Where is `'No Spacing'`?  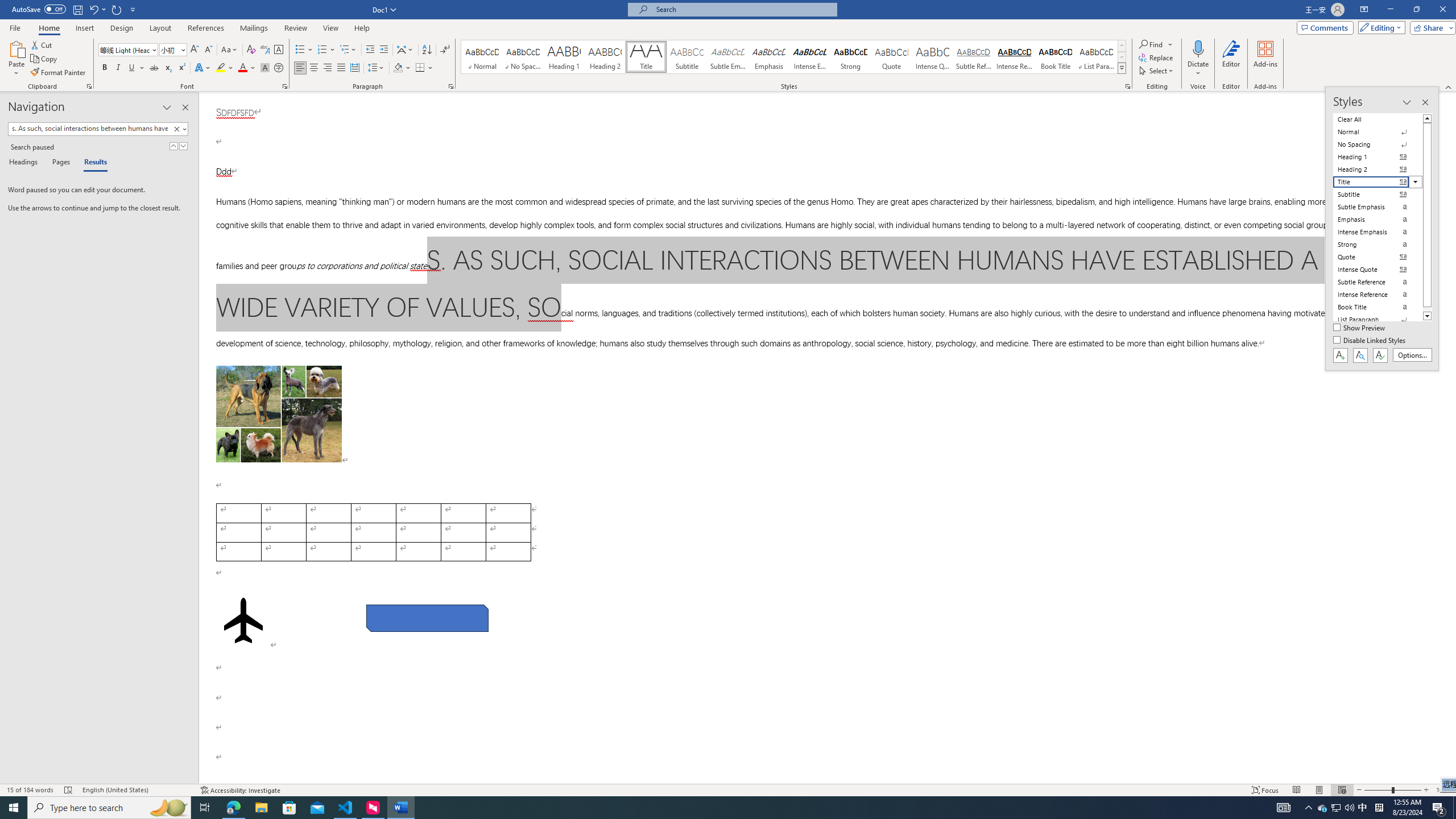
'No Spacing' is located at coordinates (1378, 144).